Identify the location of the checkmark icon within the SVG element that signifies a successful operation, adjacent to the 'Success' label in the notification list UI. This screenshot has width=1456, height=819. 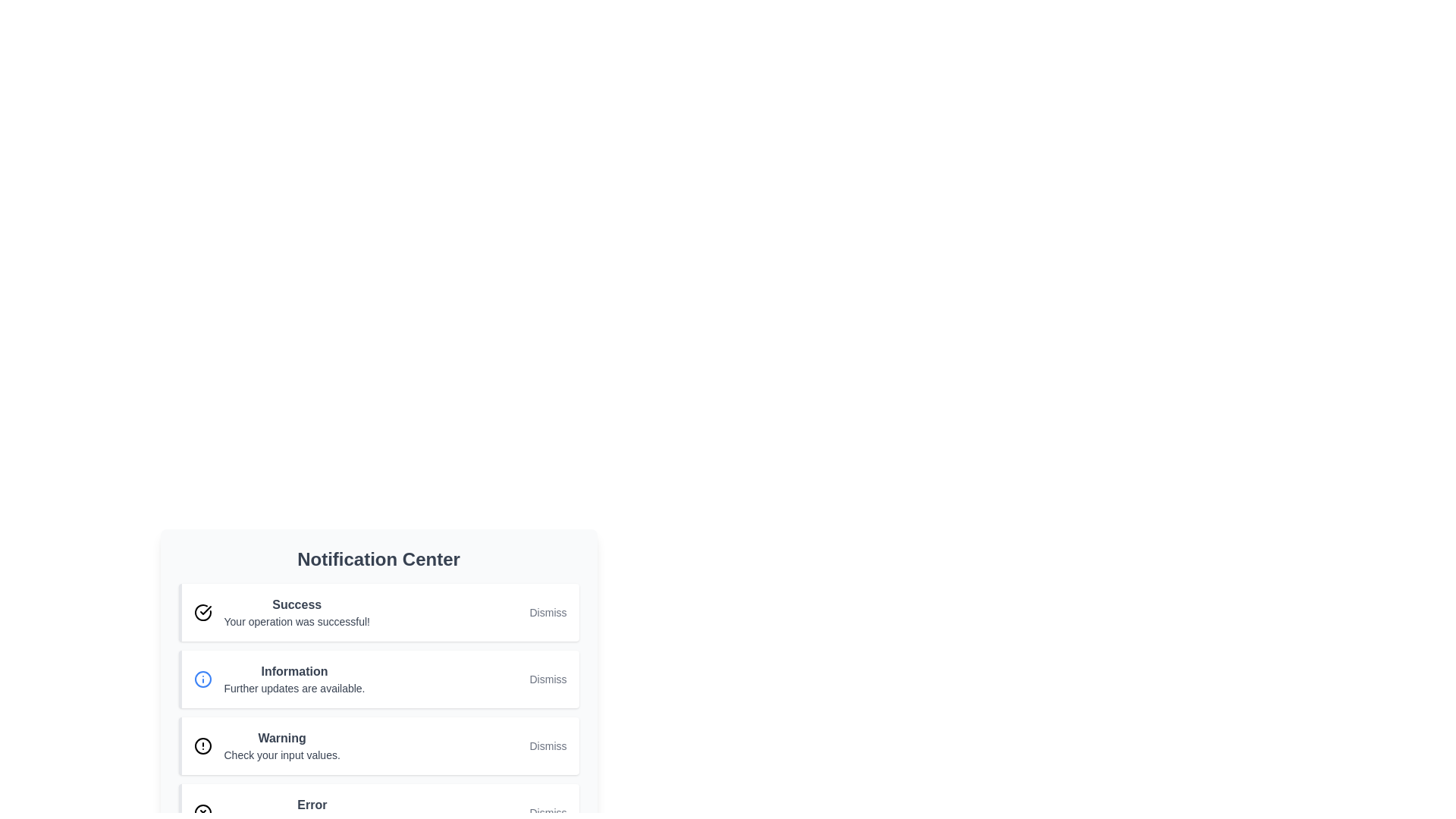
(204, 610).